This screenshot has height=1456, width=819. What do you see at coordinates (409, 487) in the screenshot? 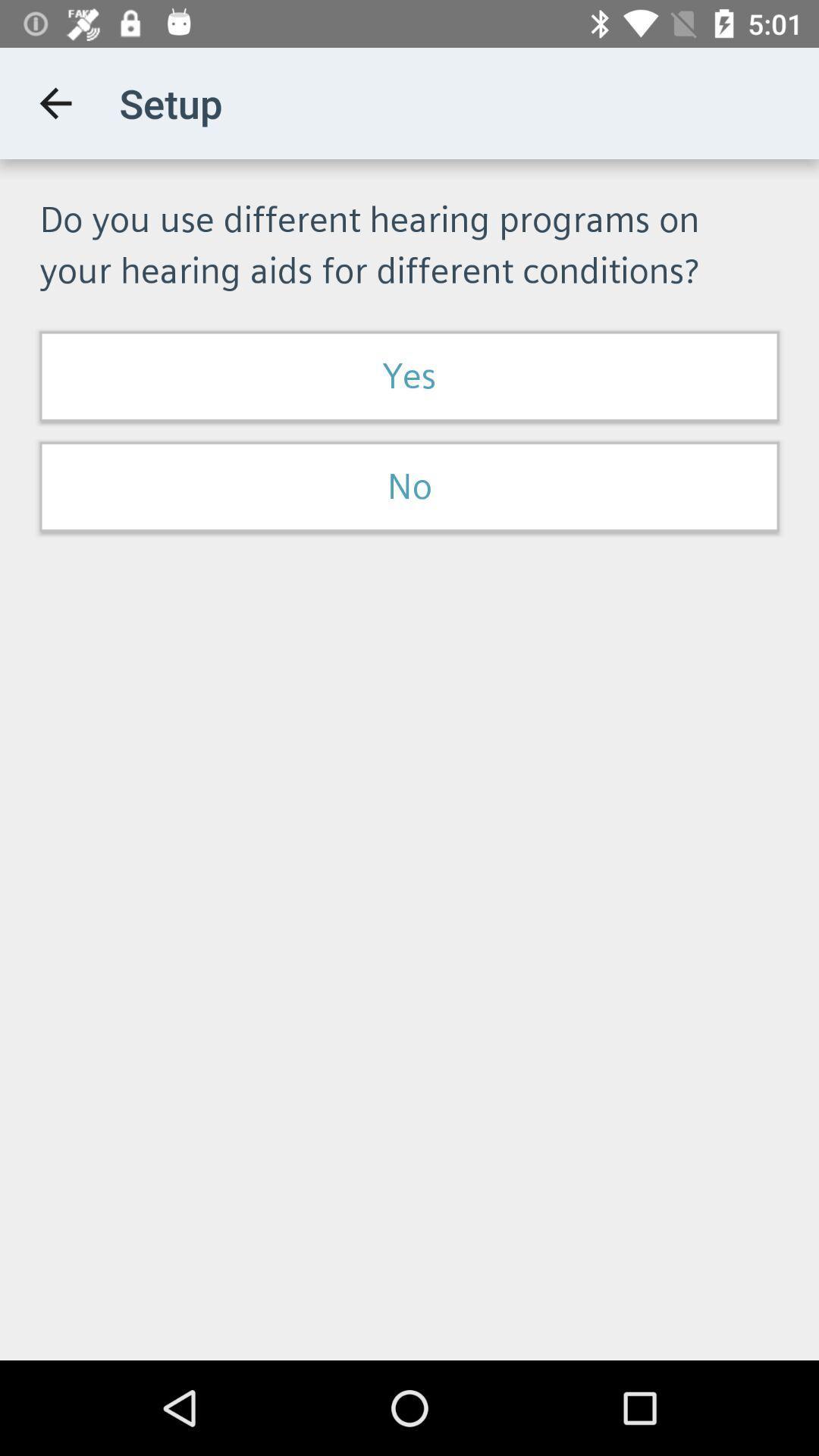
I see `the no` at bounding box center [409, 487].